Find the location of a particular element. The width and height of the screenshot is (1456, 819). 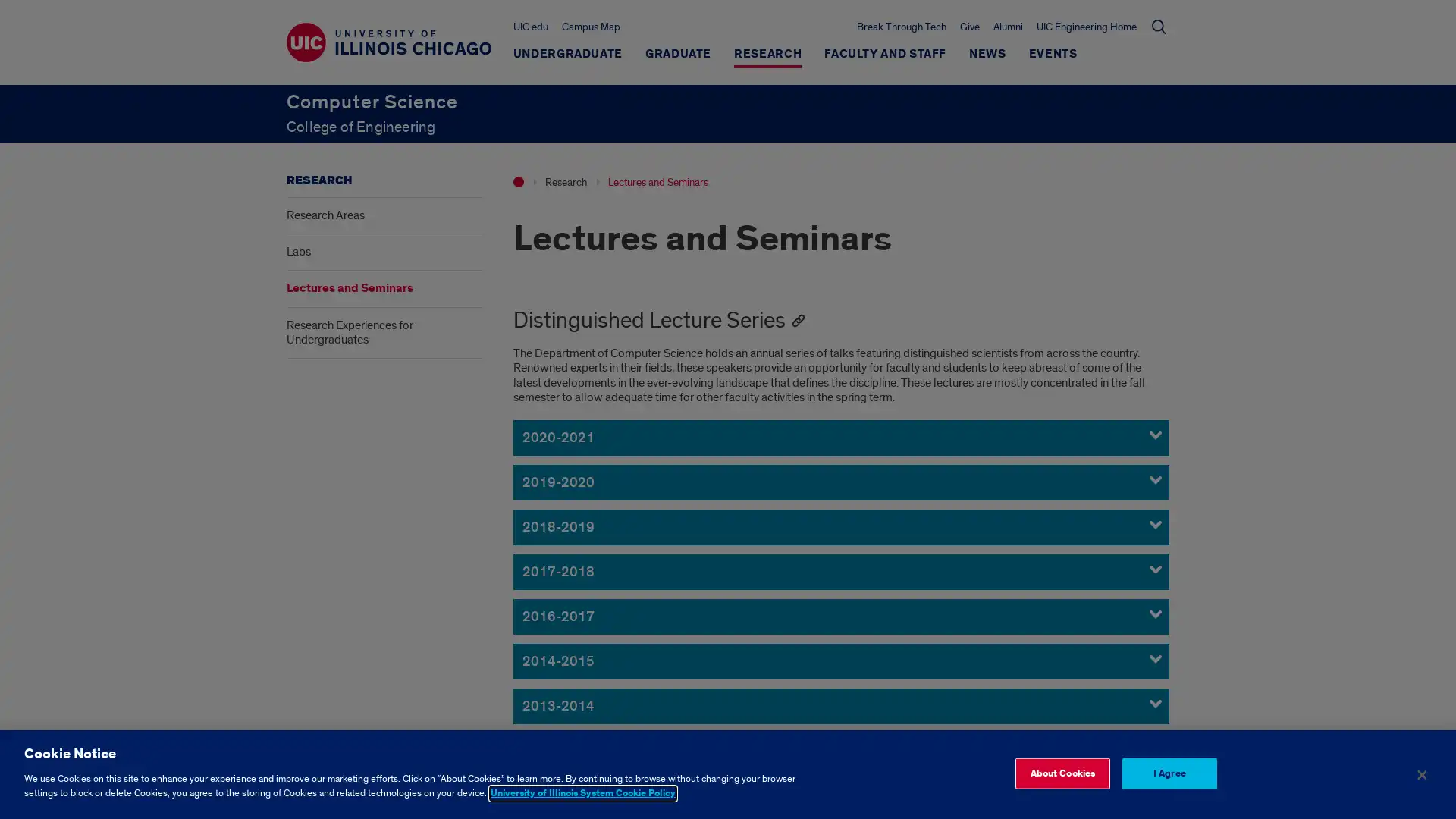

2020-2021 is located at coordinates (839, 437).